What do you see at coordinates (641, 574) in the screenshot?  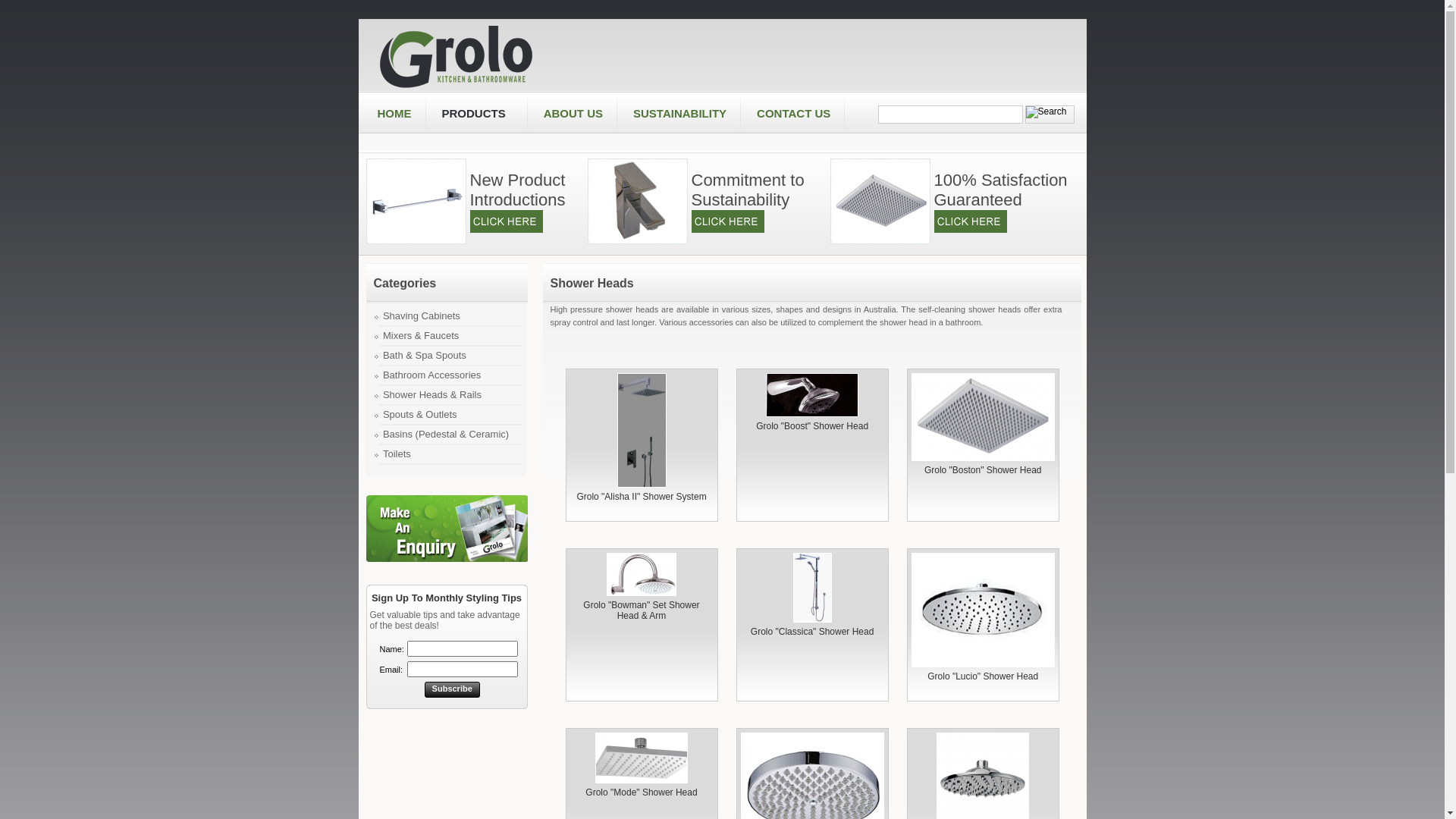 I see `'Grolo "Bowman" Set Shower Head & Arm'` at bounding box center [641, 574].